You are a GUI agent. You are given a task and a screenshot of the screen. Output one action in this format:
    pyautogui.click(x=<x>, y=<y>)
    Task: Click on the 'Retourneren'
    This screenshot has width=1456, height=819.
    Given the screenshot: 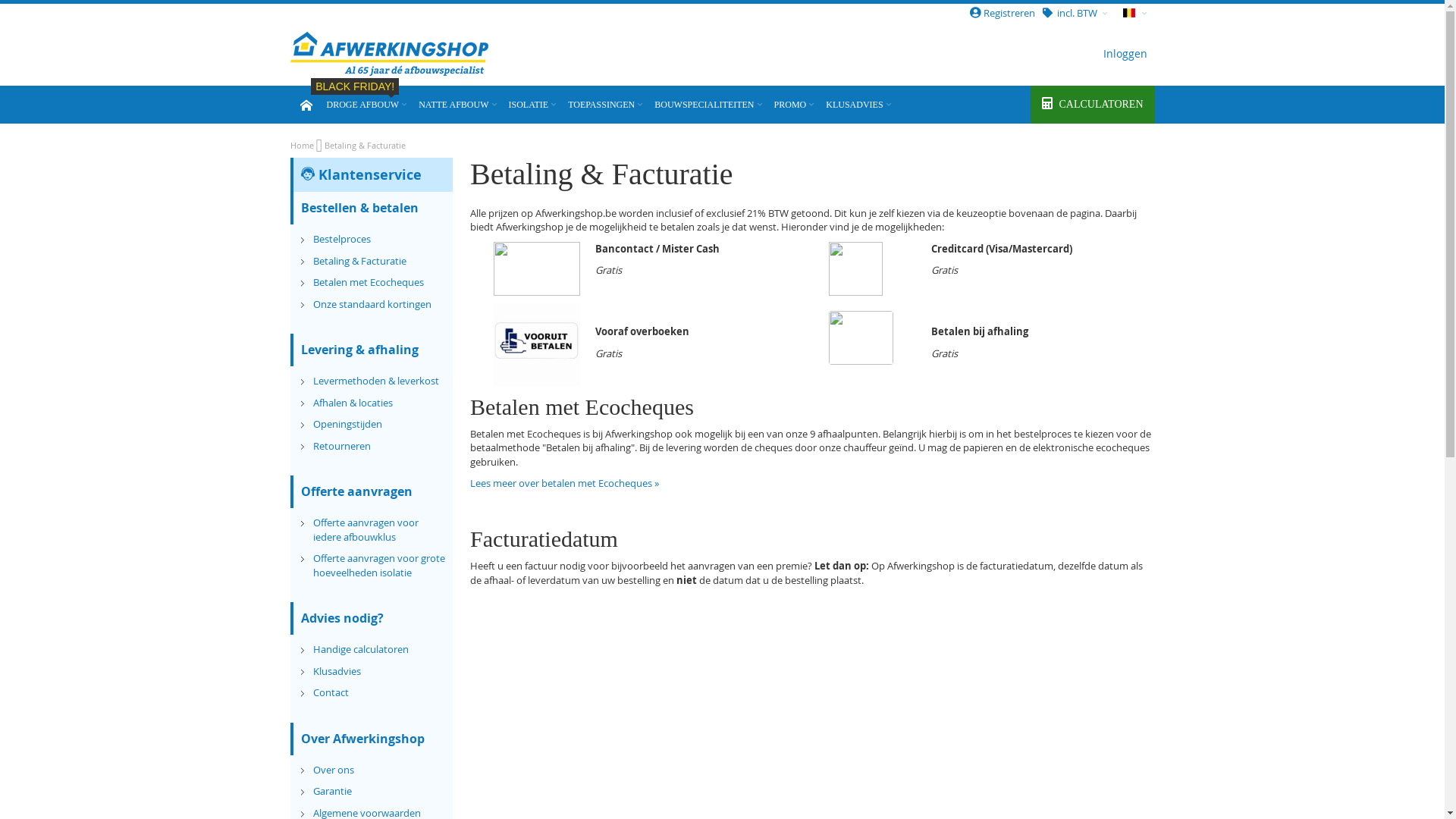 What is the action you would take?
    pyautogui.click(x=312, y=444)
    